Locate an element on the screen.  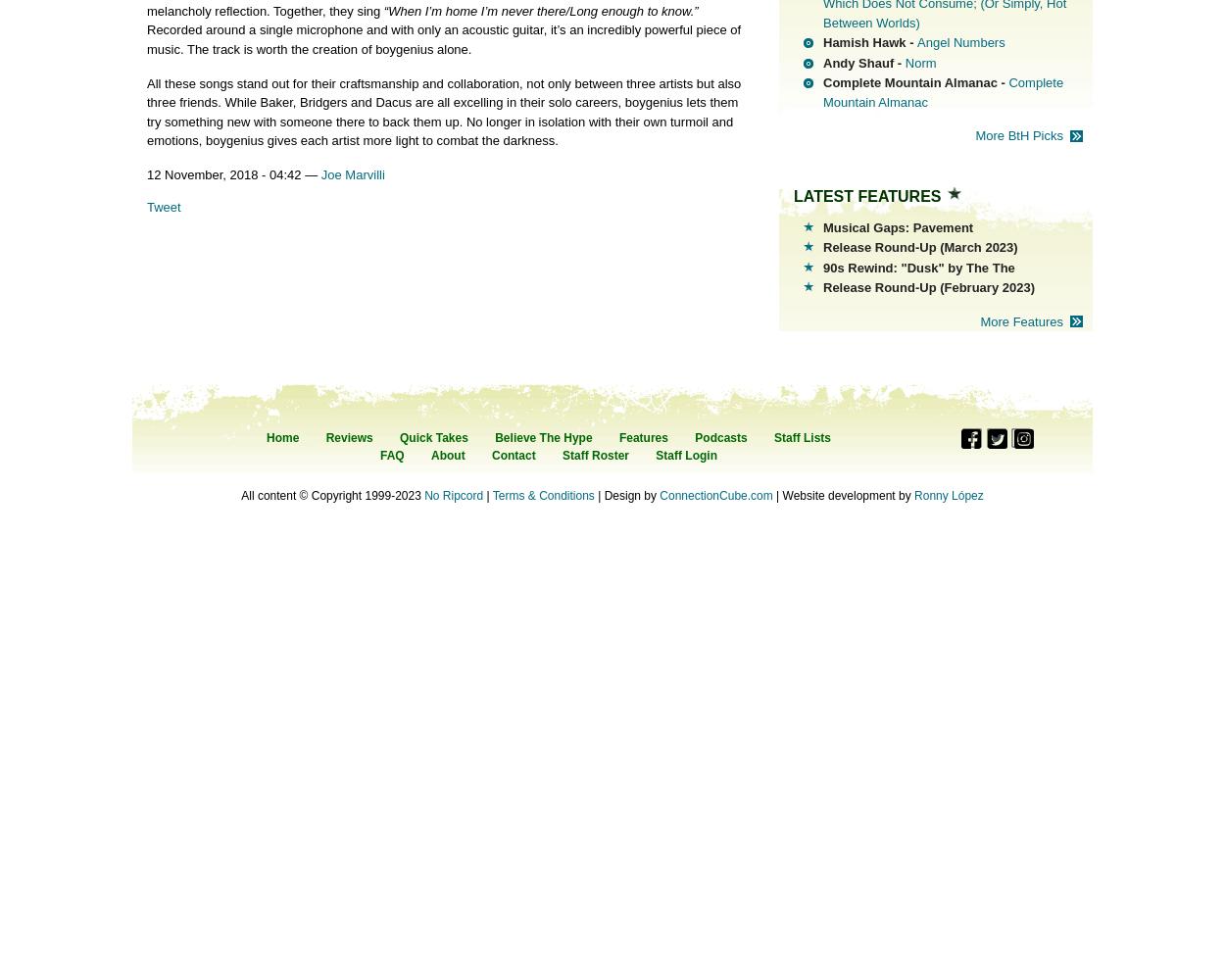
'Staff Login' is located at coordinates (685, 455).